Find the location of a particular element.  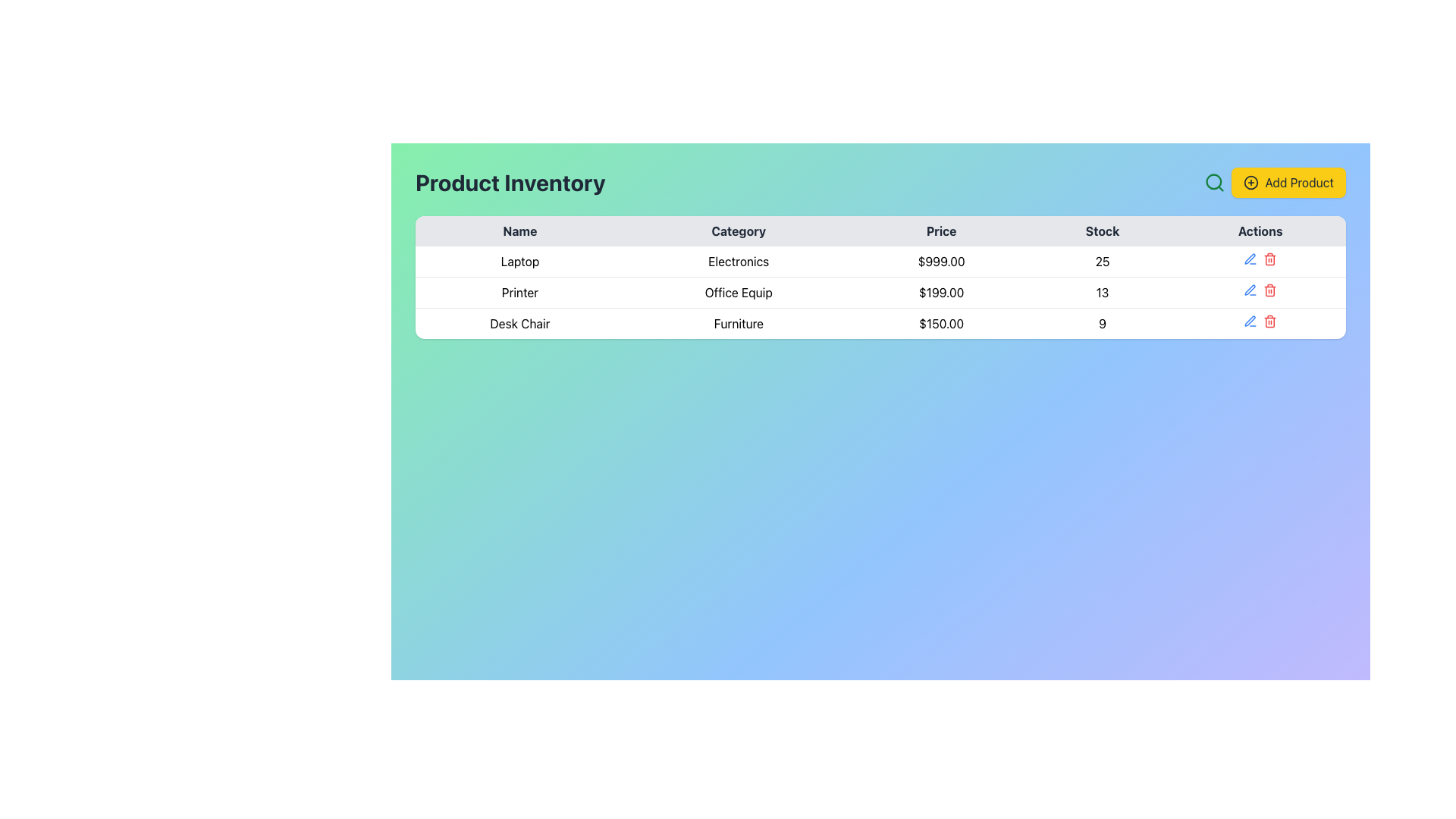

the text label displaying 'Office Equip' in the second row of the table under the 'Category' column is located at coordinates (739, 292).